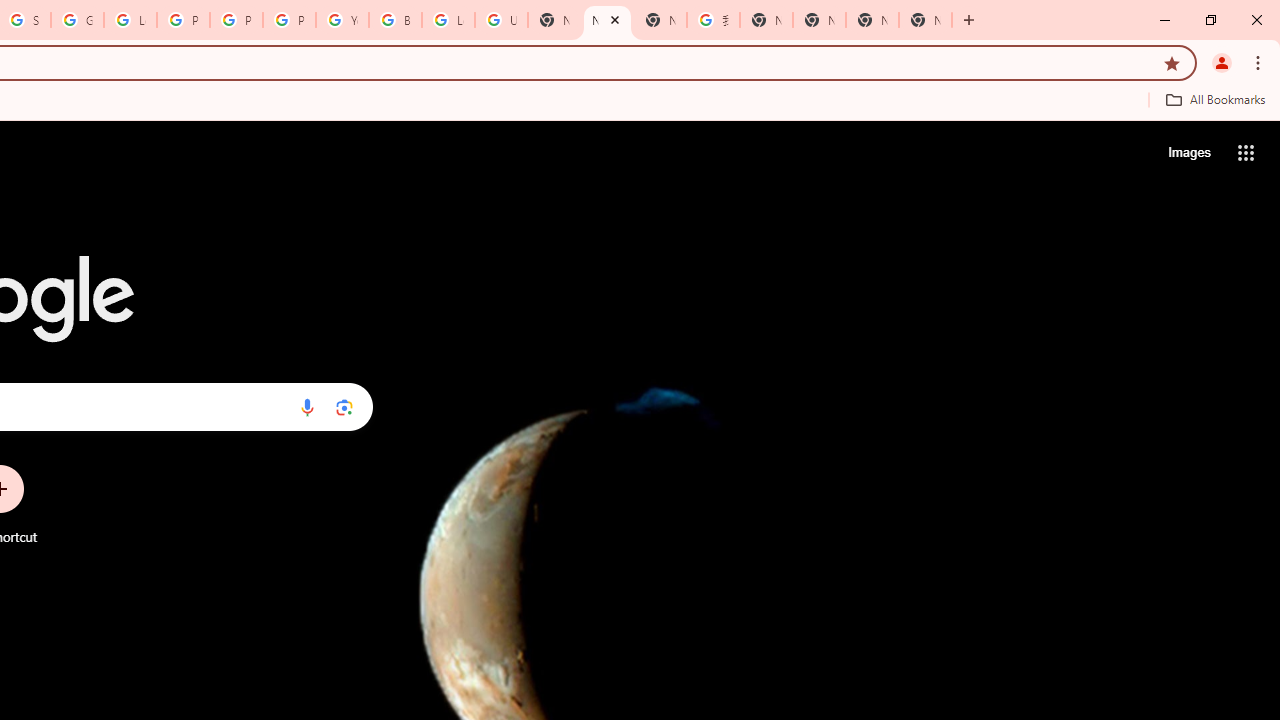  I want to click on 'New Tab', so click(924, 20).